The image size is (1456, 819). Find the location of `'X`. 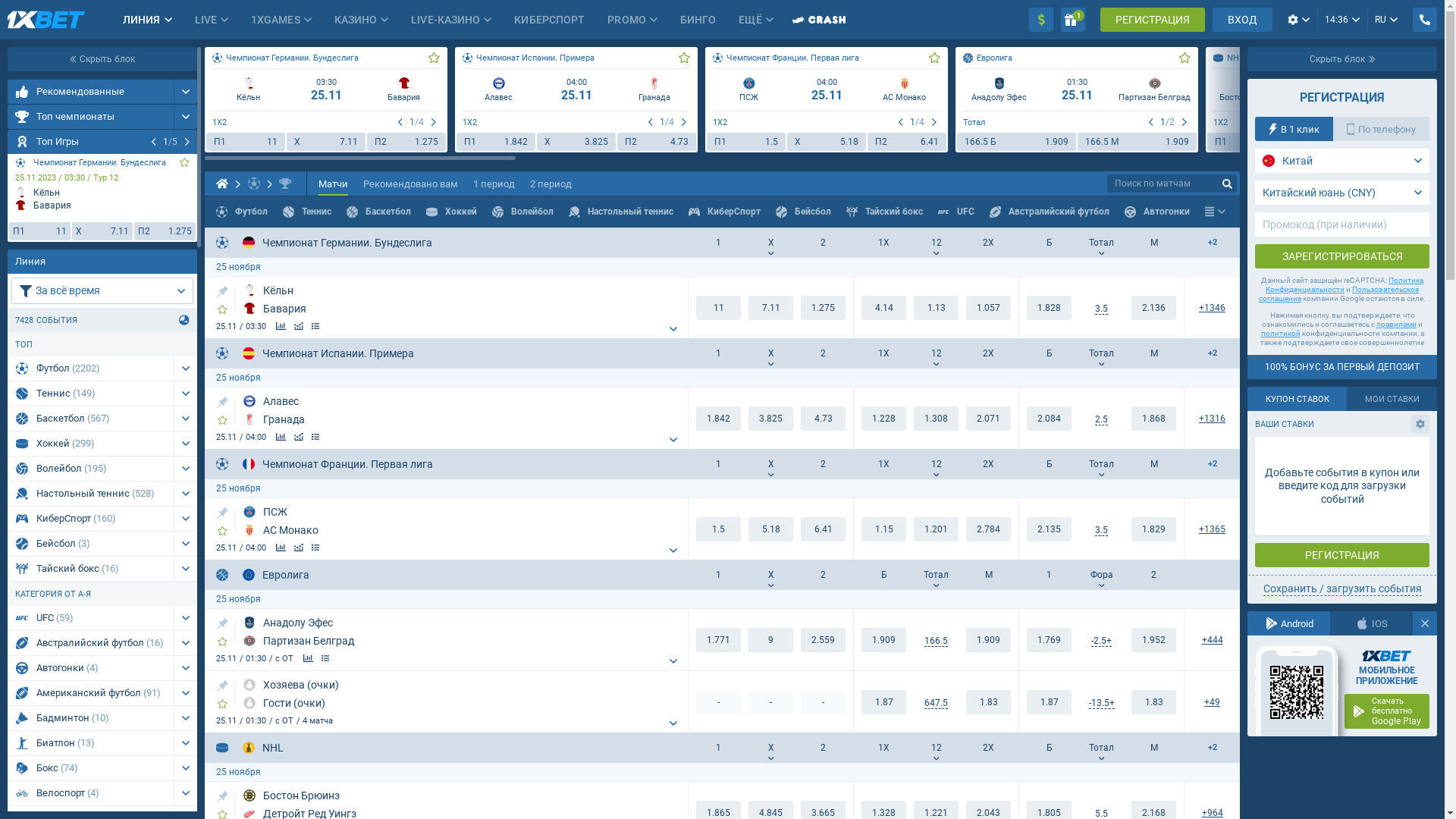

'X is located at coordinates (102, 231).